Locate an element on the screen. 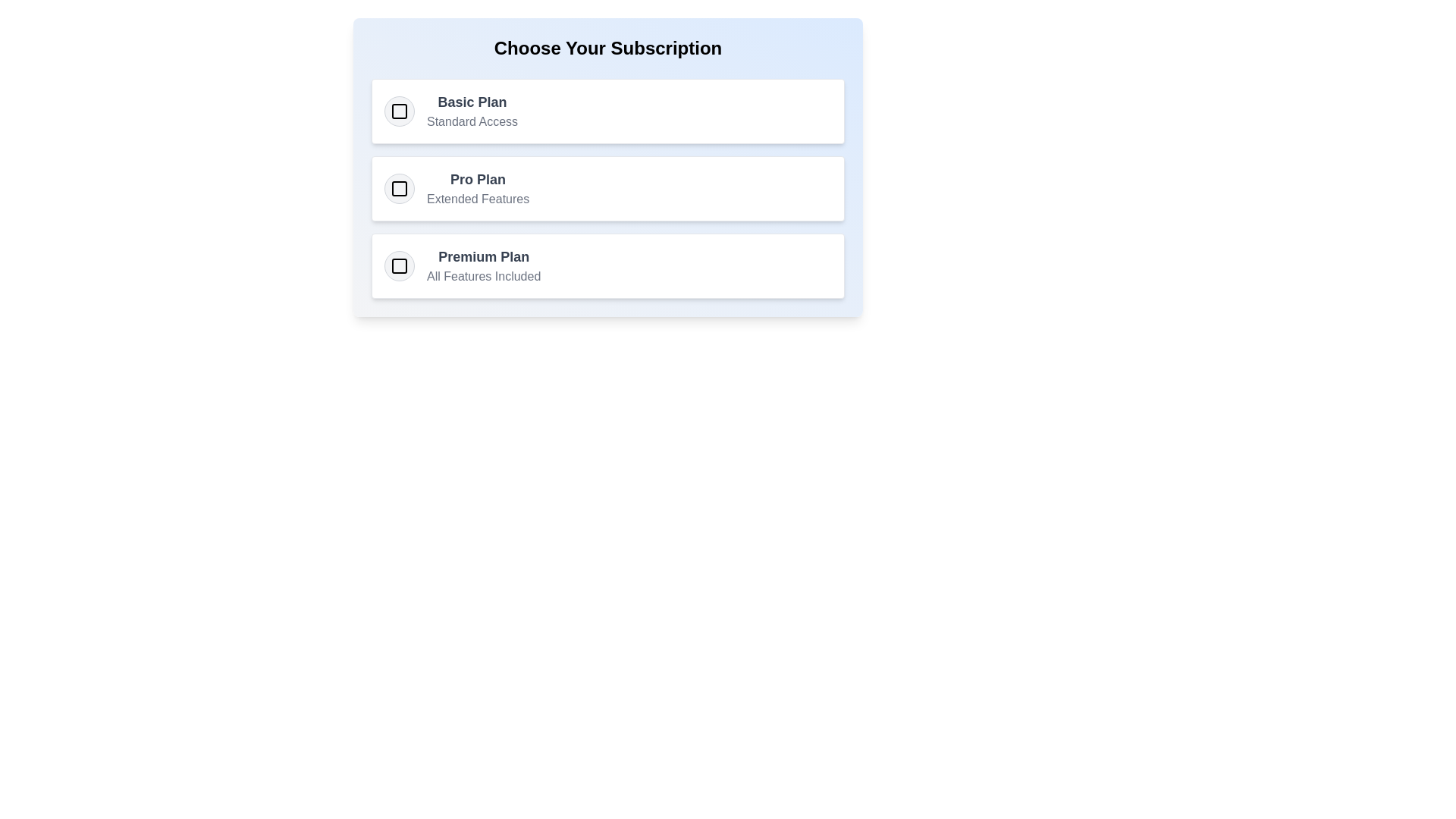  the subscription option corresponding to Premium Plan is located at coordinates (400, 265).